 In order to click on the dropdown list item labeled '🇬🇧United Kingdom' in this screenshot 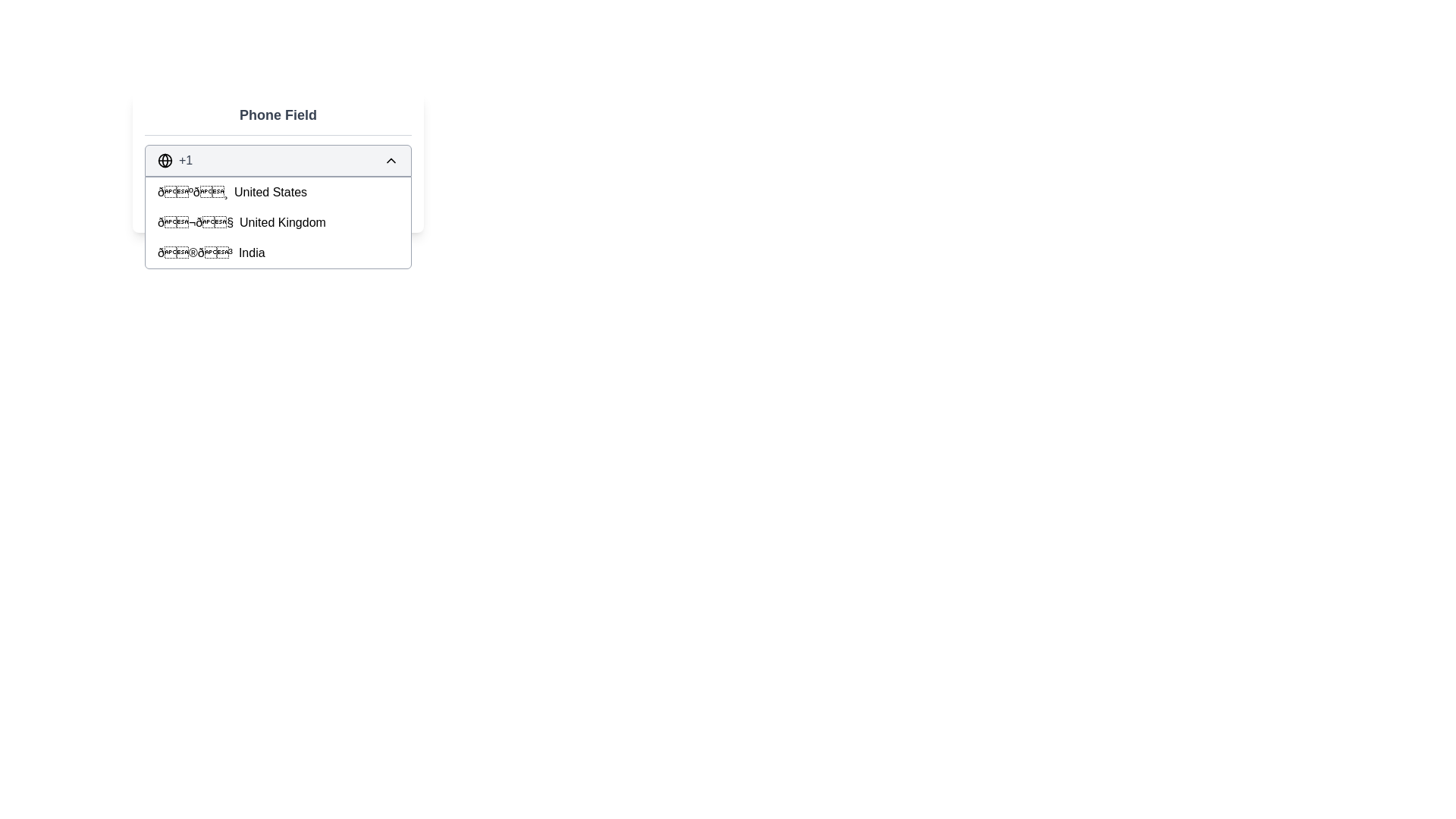, I will do `click(278, 222)`.